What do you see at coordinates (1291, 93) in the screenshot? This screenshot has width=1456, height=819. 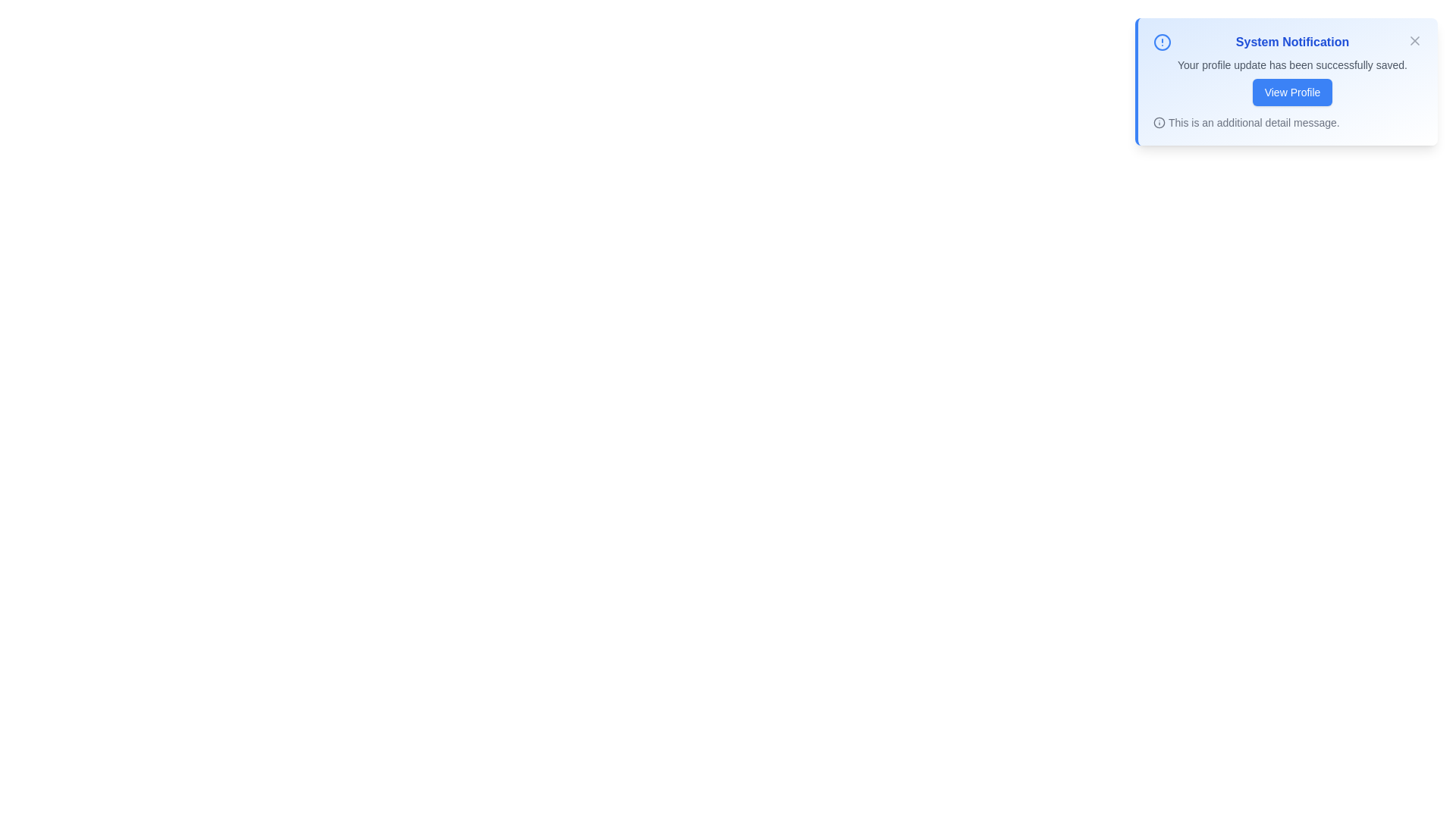 I see `the 'View Profile' button to view the profile` at bounding box center [1291, 93].